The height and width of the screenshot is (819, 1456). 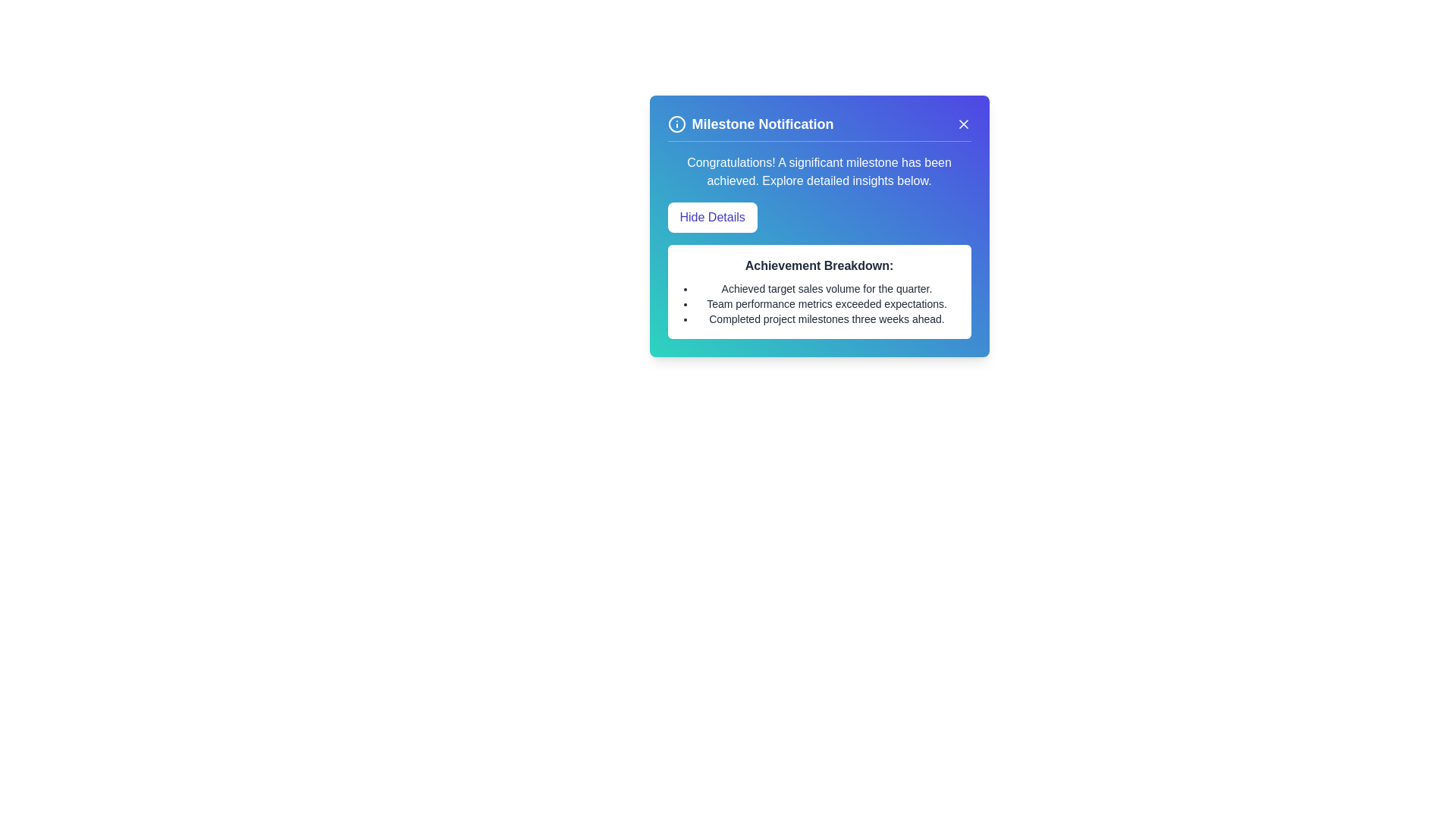 What do you see at coordinates (711, 217) in the screenshot?
I see `the 'Hide Details' button to toggle the visibility of the details section` at bounding box center [711, 217].